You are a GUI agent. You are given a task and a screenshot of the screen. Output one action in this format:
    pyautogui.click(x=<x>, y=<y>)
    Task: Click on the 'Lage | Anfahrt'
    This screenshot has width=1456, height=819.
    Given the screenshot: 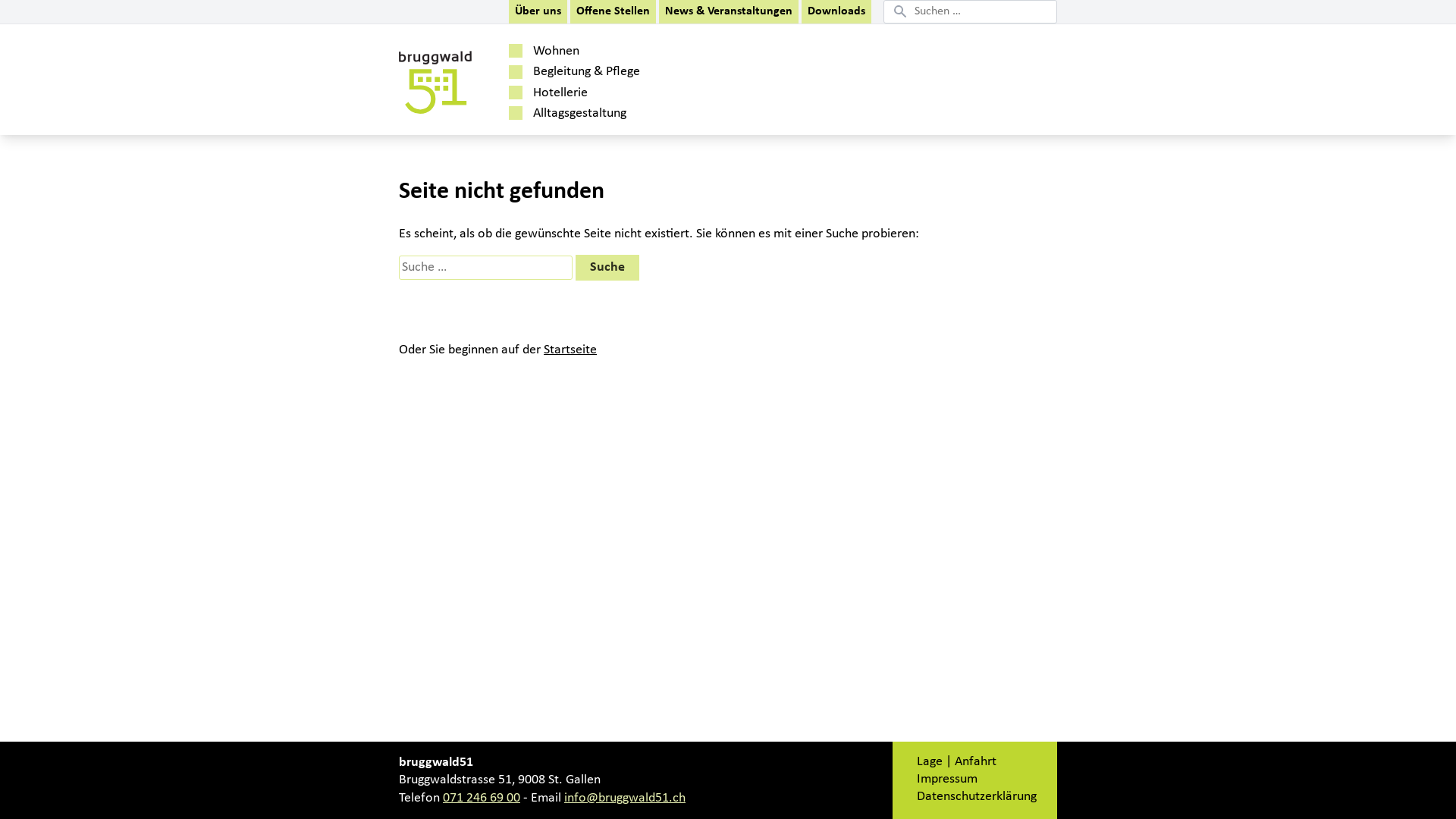 What is the action you would take?
    pyautogui.click(x=955, y=761)
    